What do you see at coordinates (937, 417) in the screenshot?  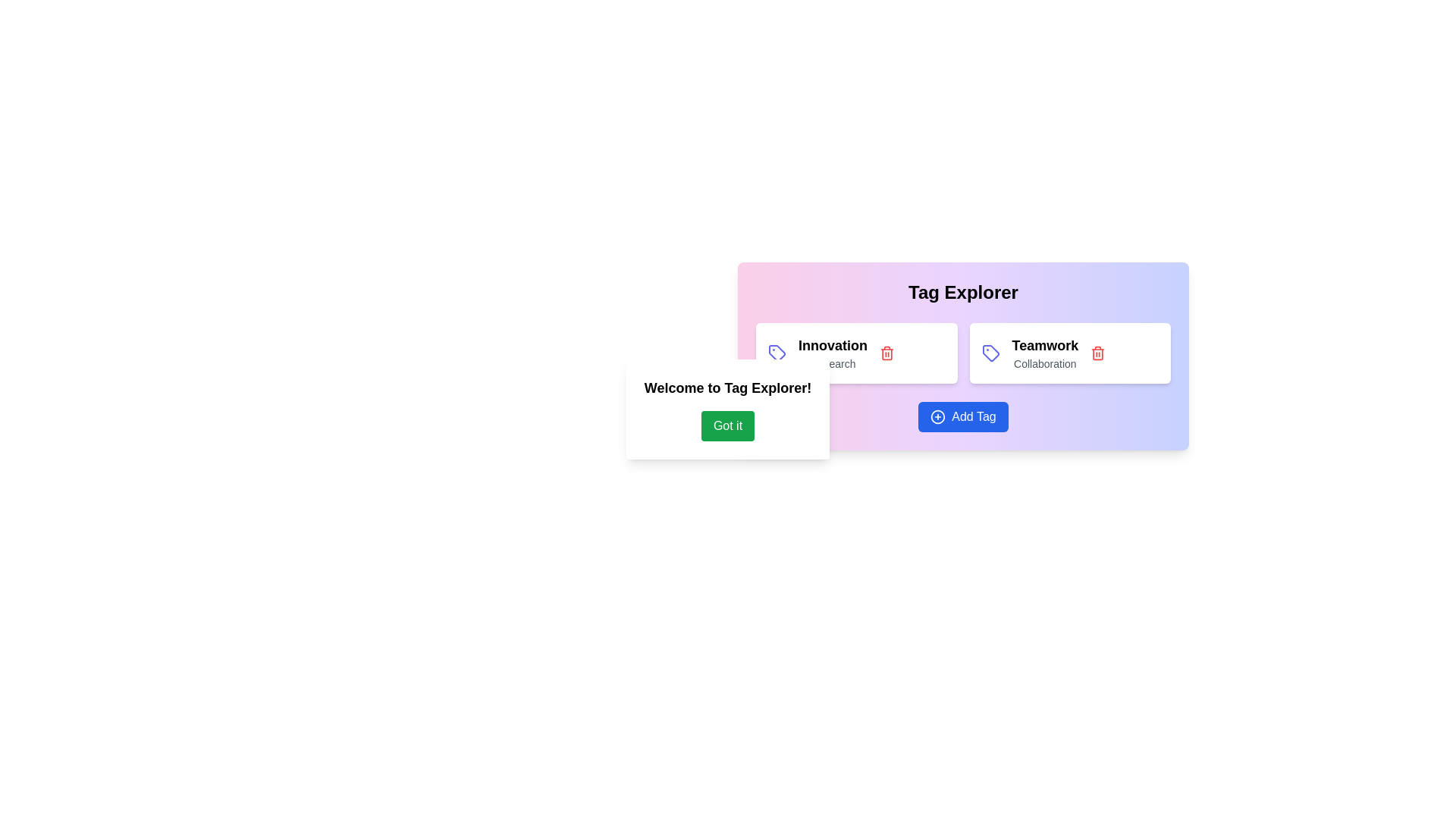 I see `the 'Add Tag' icon located` at bounding box center [937, 417].